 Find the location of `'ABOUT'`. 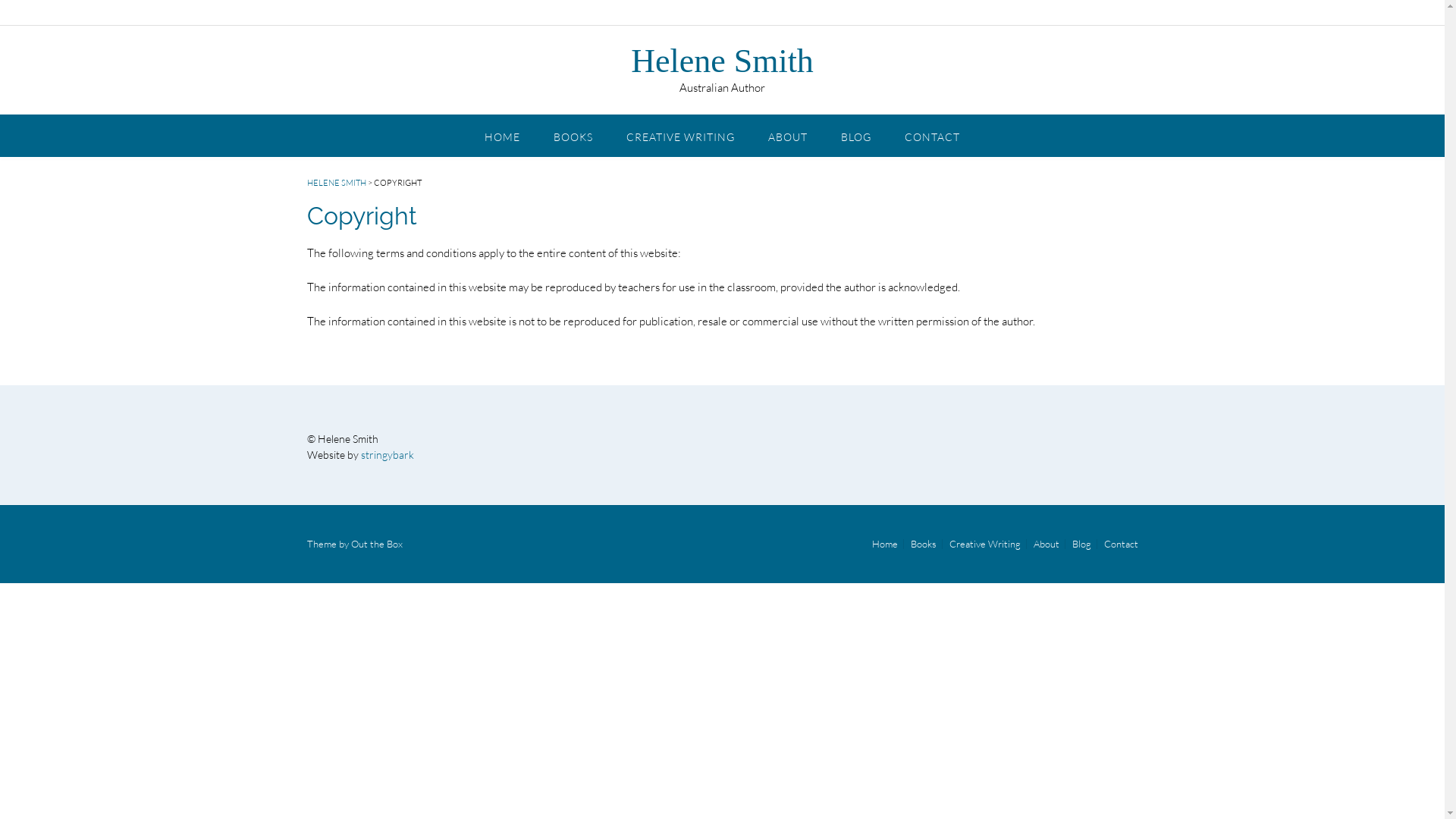

'ABOUT' is located at coordinates (787, 133).